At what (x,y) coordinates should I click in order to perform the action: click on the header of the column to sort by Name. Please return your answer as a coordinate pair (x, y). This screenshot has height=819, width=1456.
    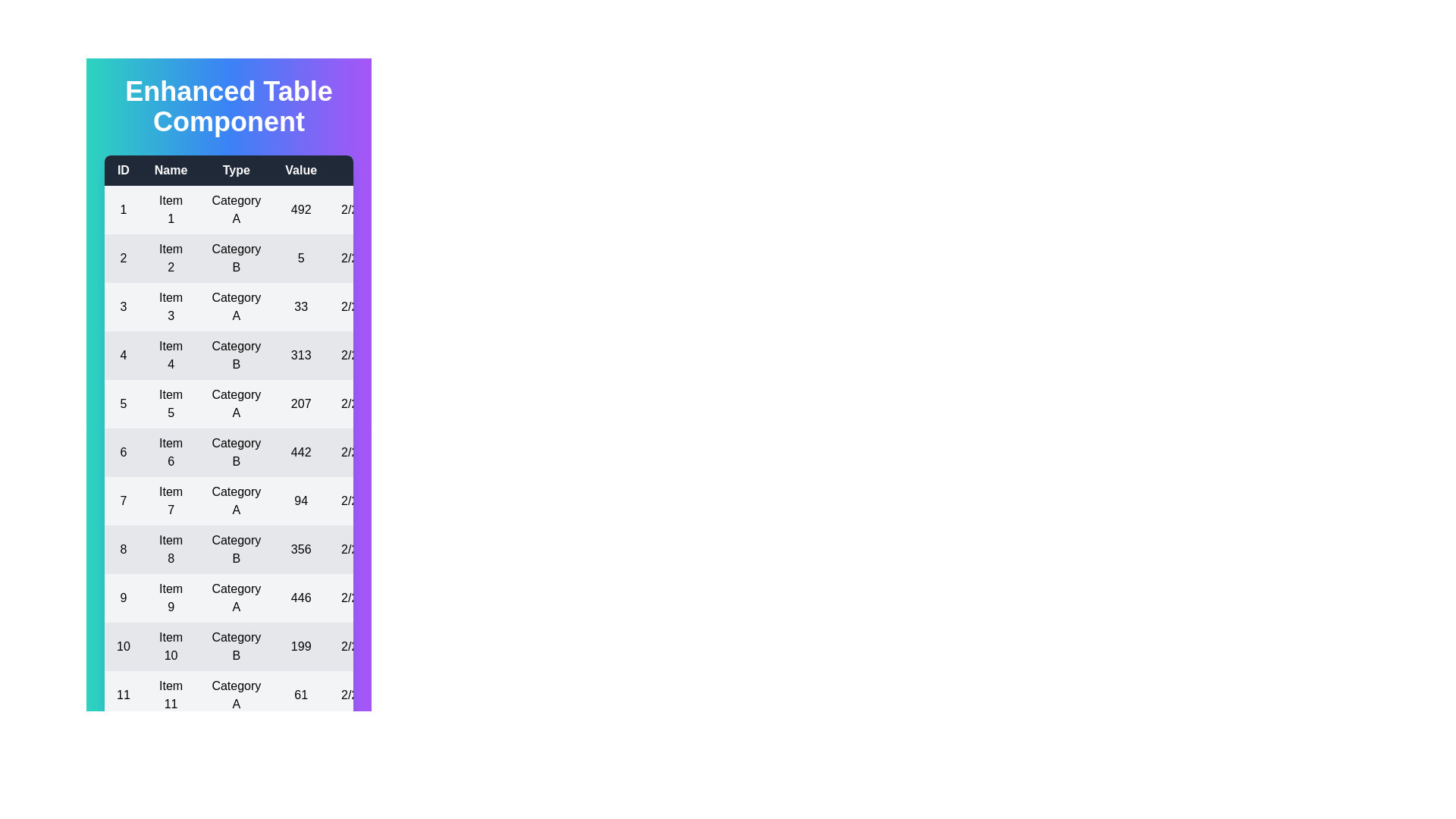
    Looking at the image, I should click on (171, 170).